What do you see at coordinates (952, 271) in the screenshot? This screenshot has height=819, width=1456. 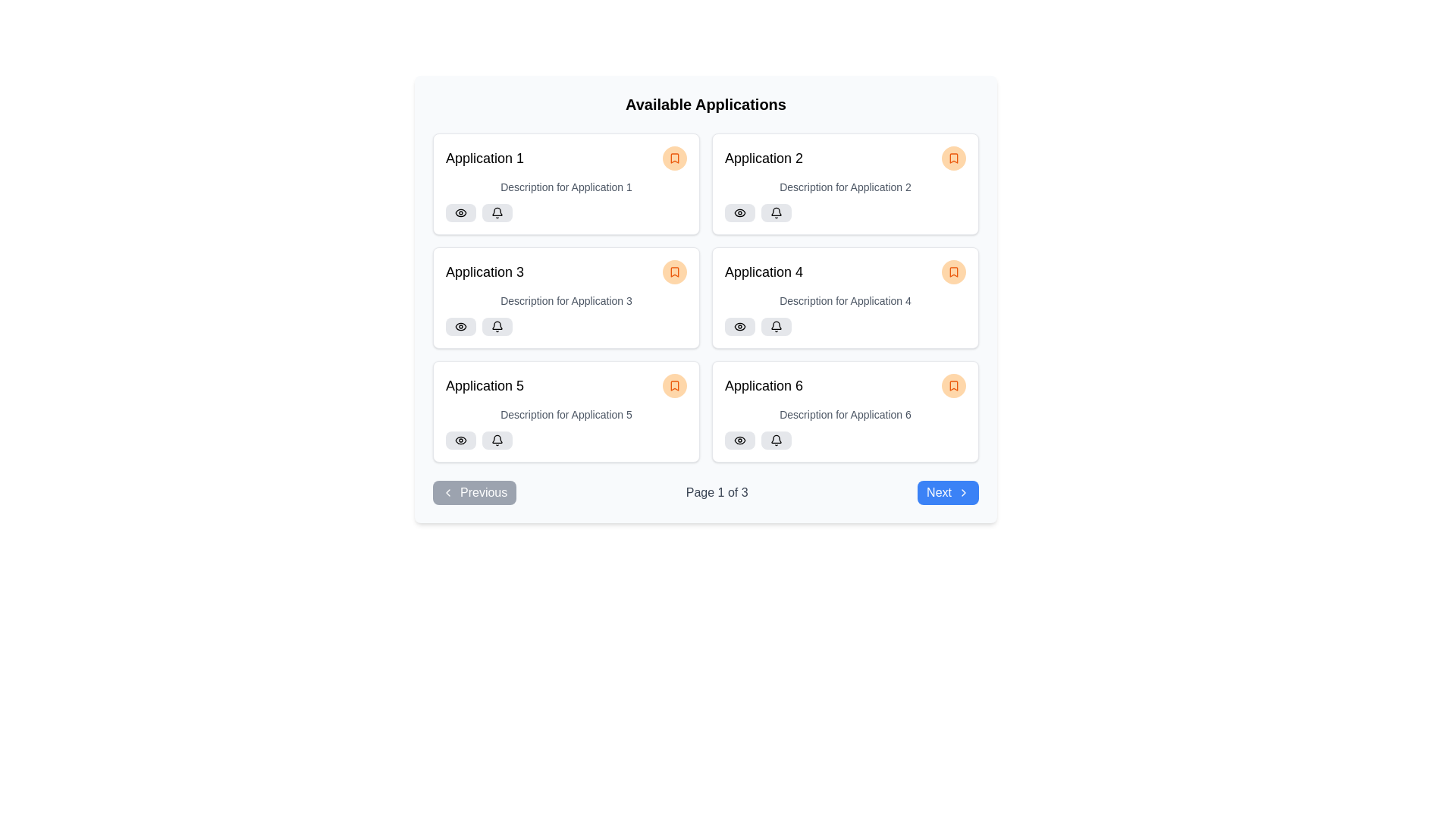 I see `the bookmark icon located in the top-right corner of the Application 4 panel` at bounding box center [952, 271].